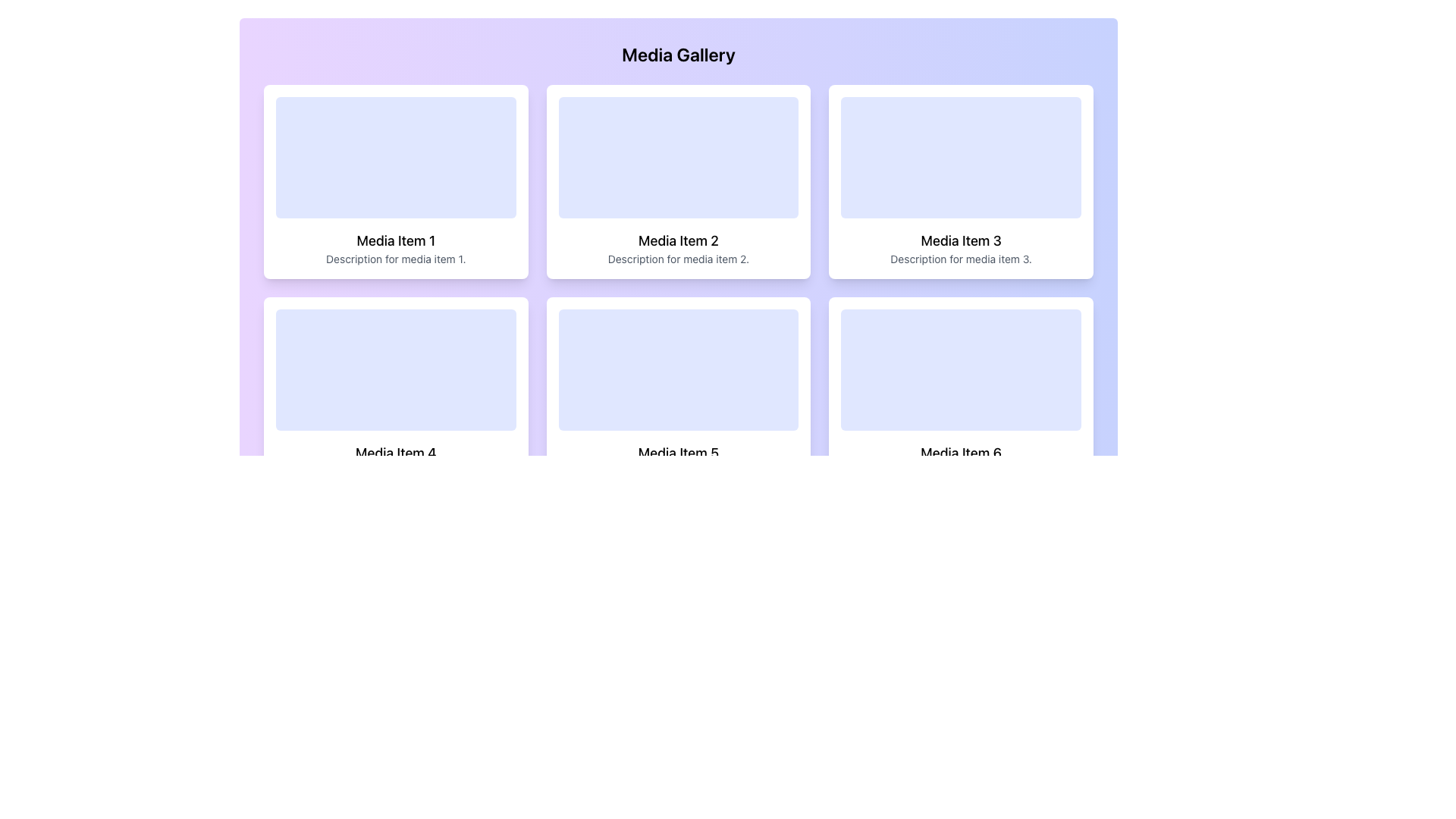 This screenshot has width=1456, height=819. I want to click on text header displaying 'Media Gallery' which is a bold and large font positioned centrally at the top of the purple gradient background area, so click(677, 54).